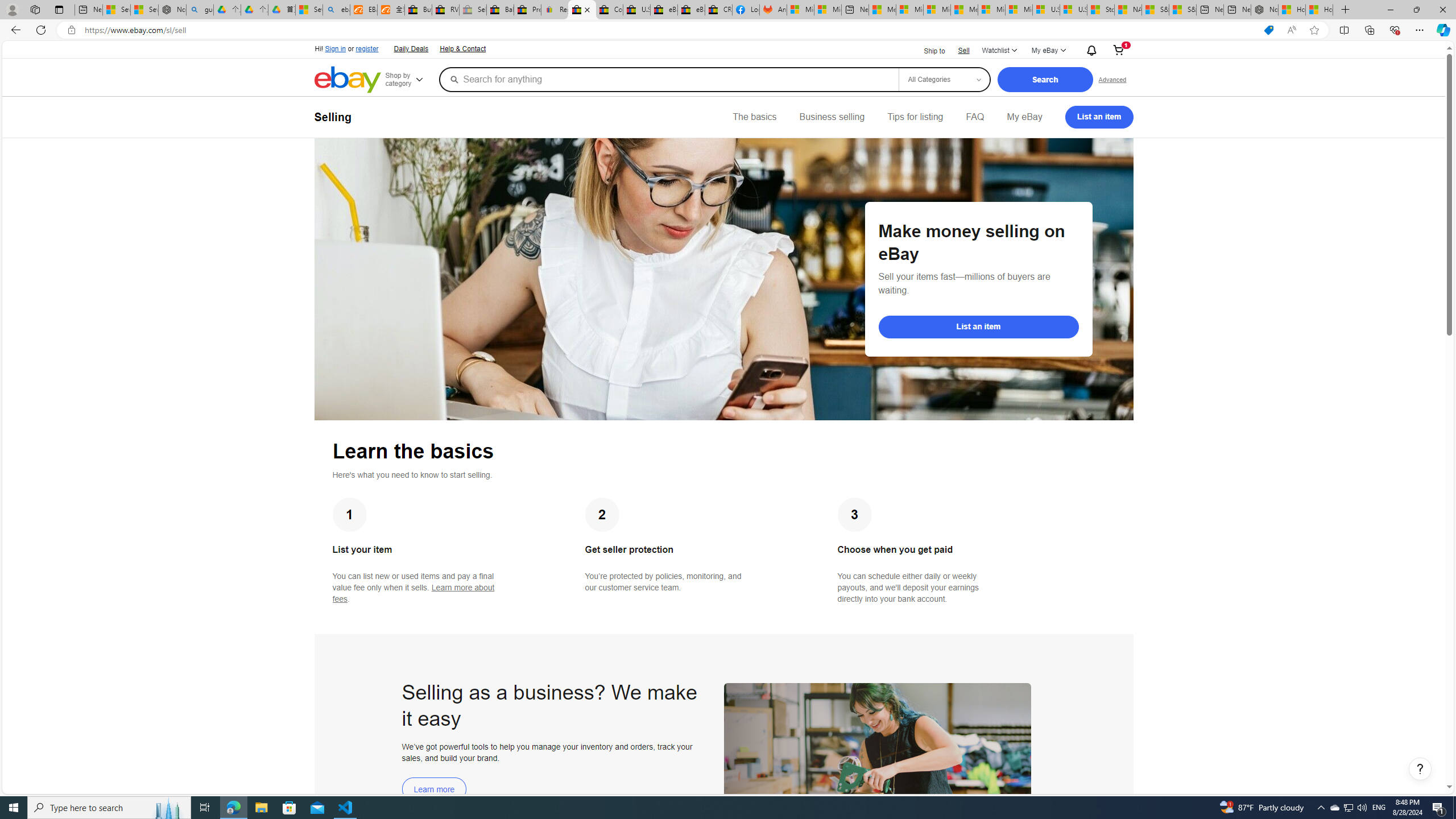 The height and width of the screenshot is (819, 1456). Describe the element at coordinates (348, 79) in the screenshot. I see `'eBay Home'` at that location.